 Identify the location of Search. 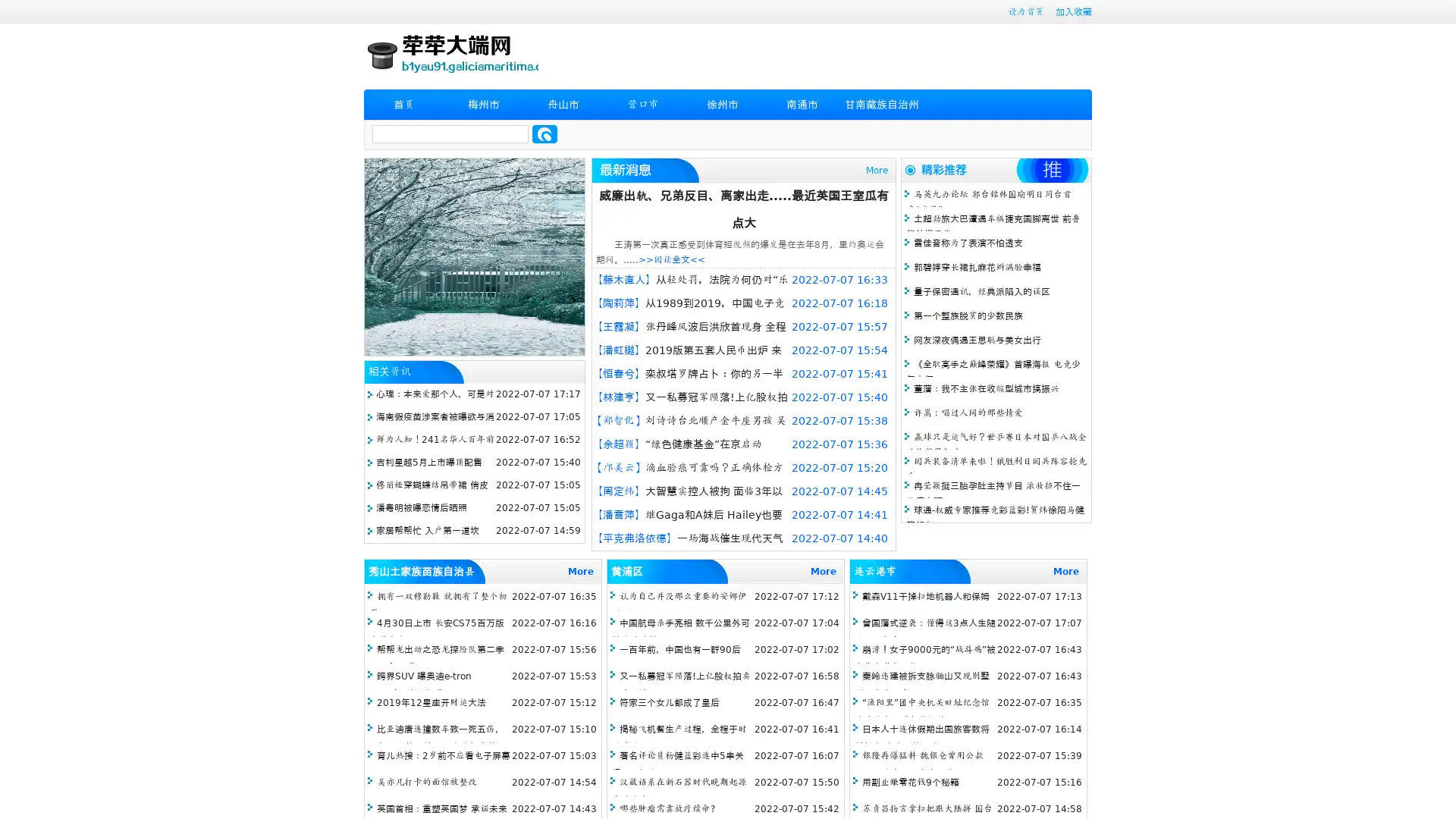
(544, 133).